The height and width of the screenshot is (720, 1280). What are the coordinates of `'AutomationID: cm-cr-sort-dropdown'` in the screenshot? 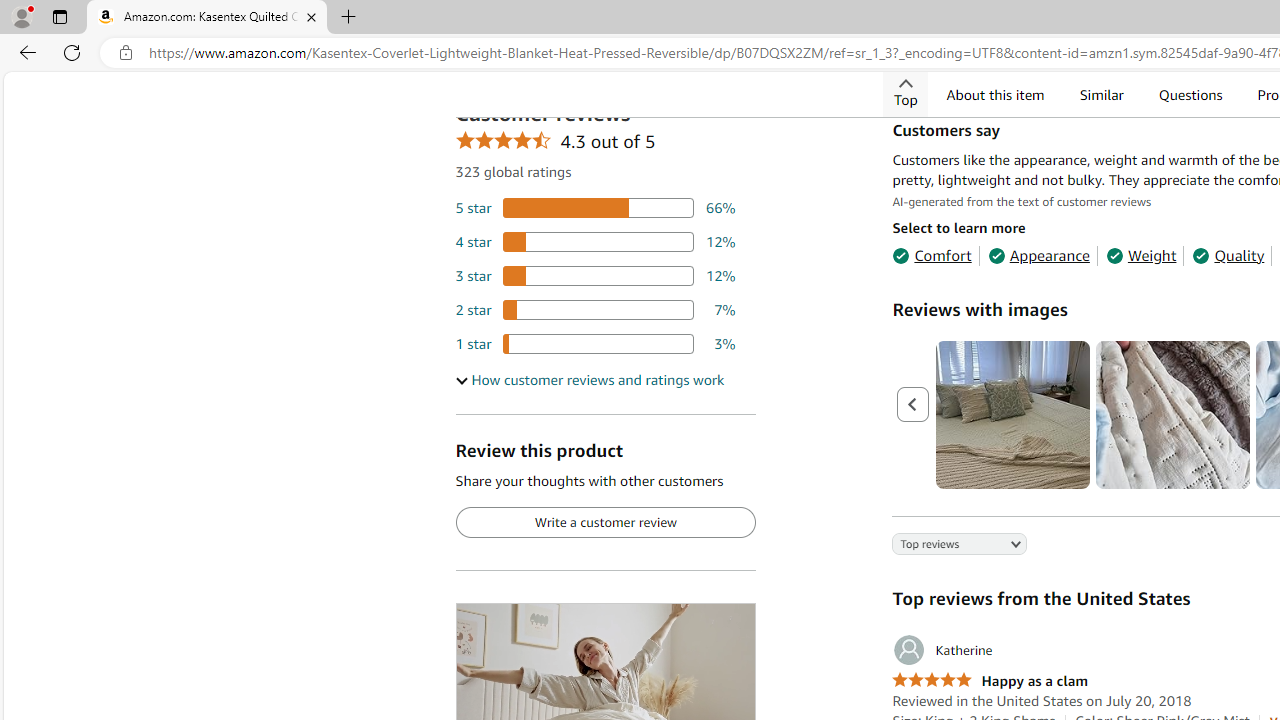 It's located at (943, 546).